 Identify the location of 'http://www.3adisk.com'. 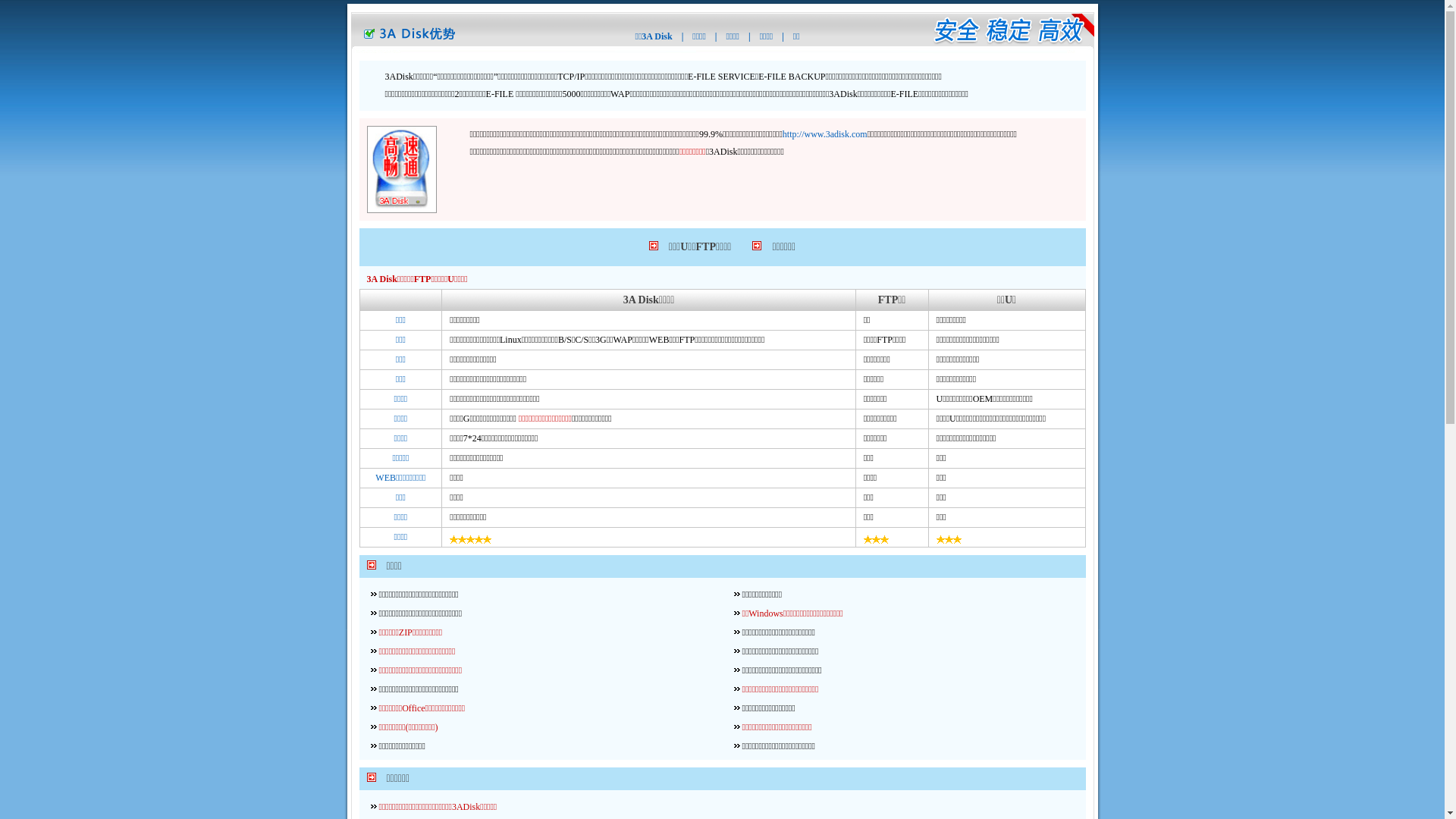
(824, 133).